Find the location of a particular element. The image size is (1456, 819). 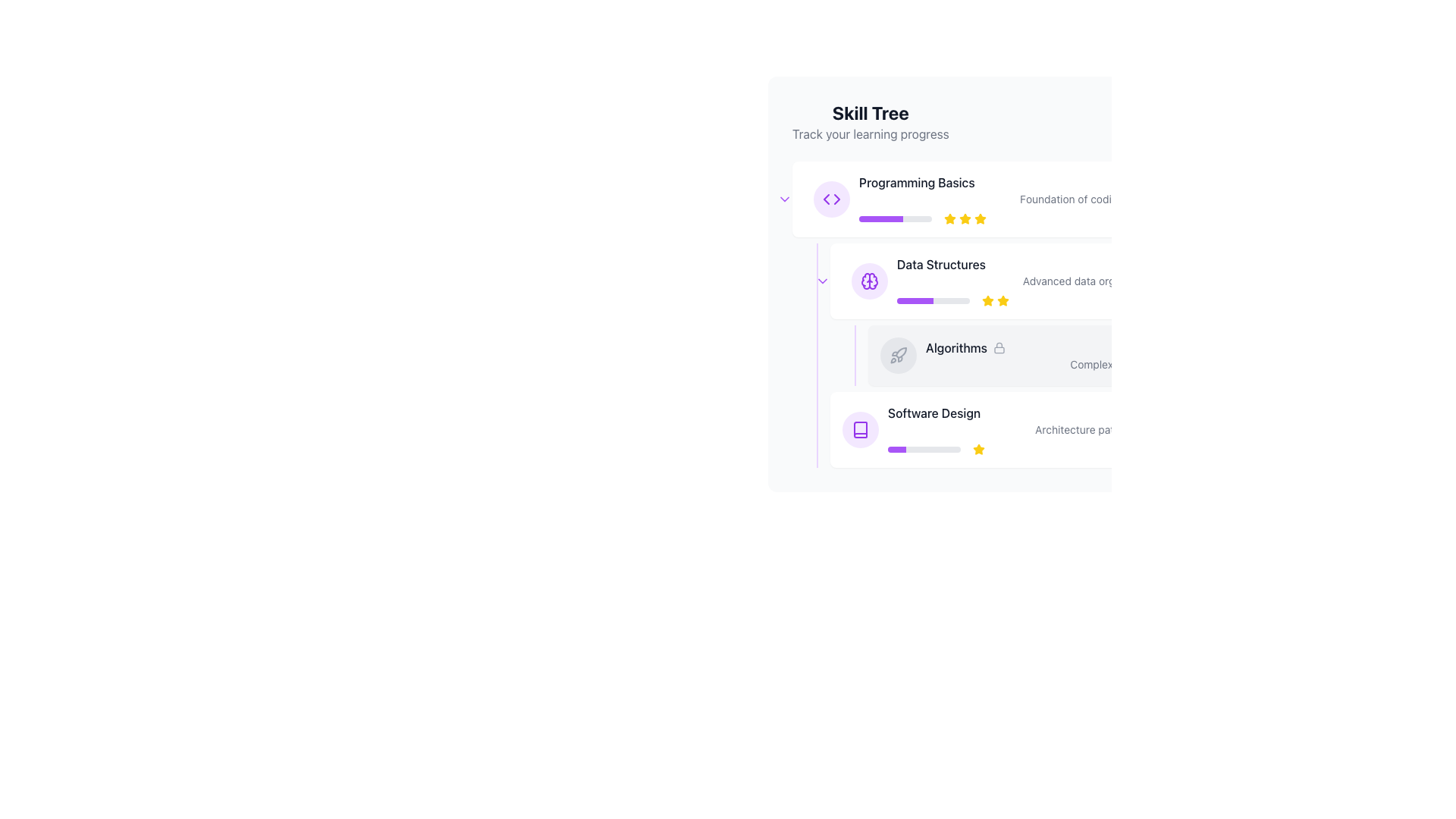

the small rightward-pointing arrow SVG graphic component located within the circular button of the left-pointing control toggle next is located at coordinates (836, 198).